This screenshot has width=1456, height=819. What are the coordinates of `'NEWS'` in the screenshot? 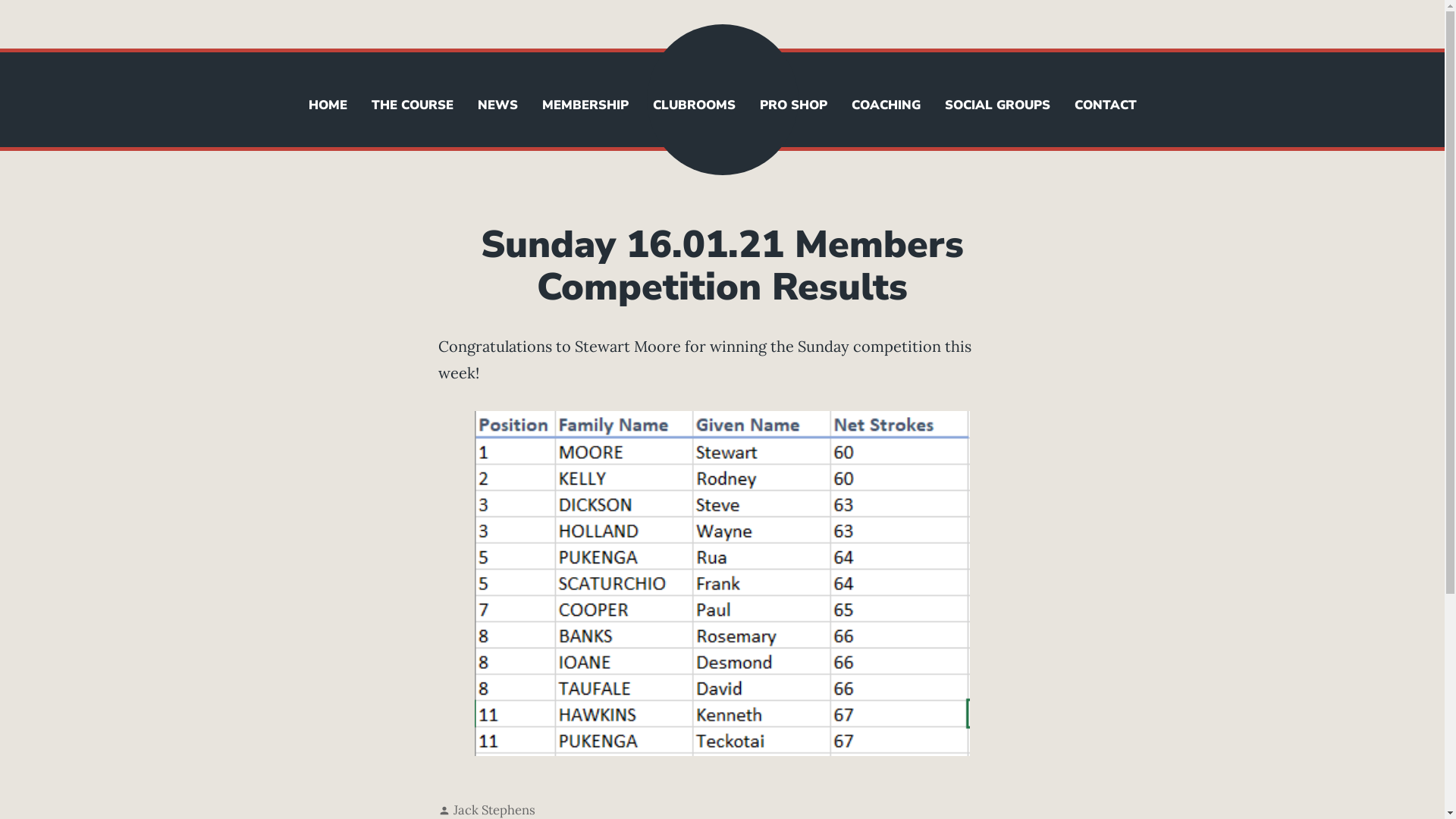 It's located at (497, 105).